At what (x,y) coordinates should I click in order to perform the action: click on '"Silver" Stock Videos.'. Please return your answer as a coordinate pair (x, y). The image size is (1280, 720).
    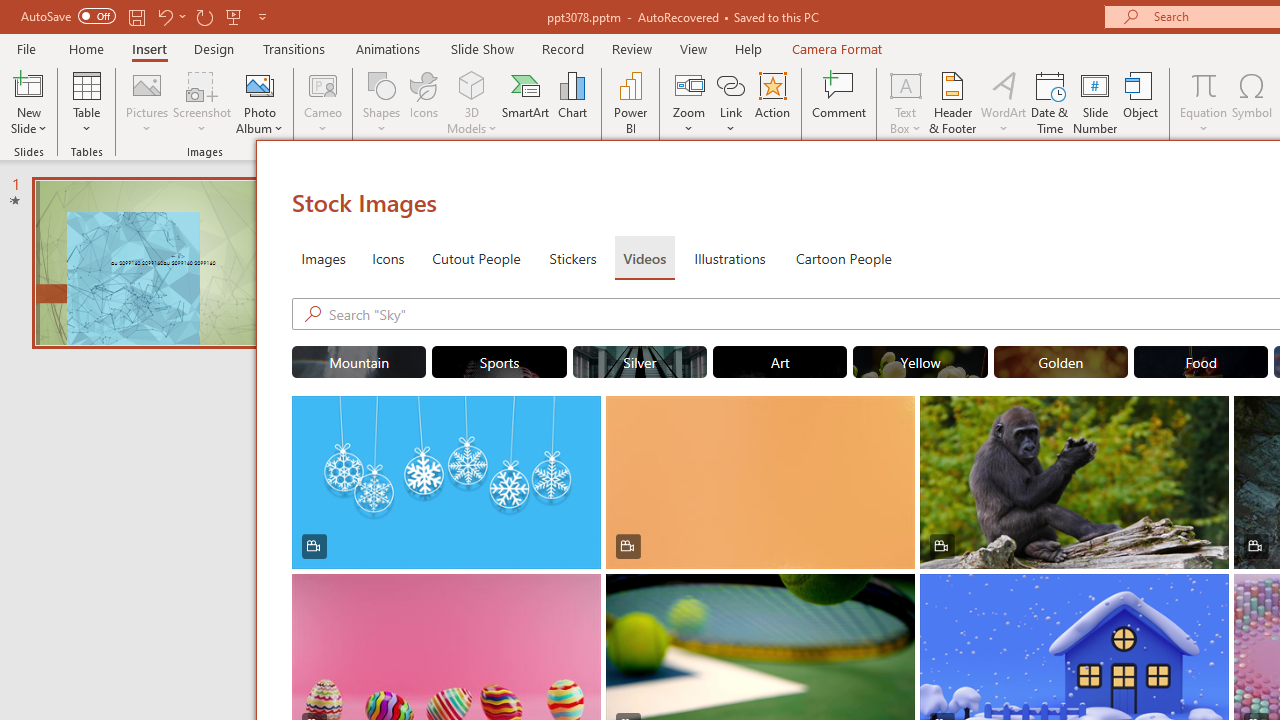
    Looking at the image, I should click on (640, 362).